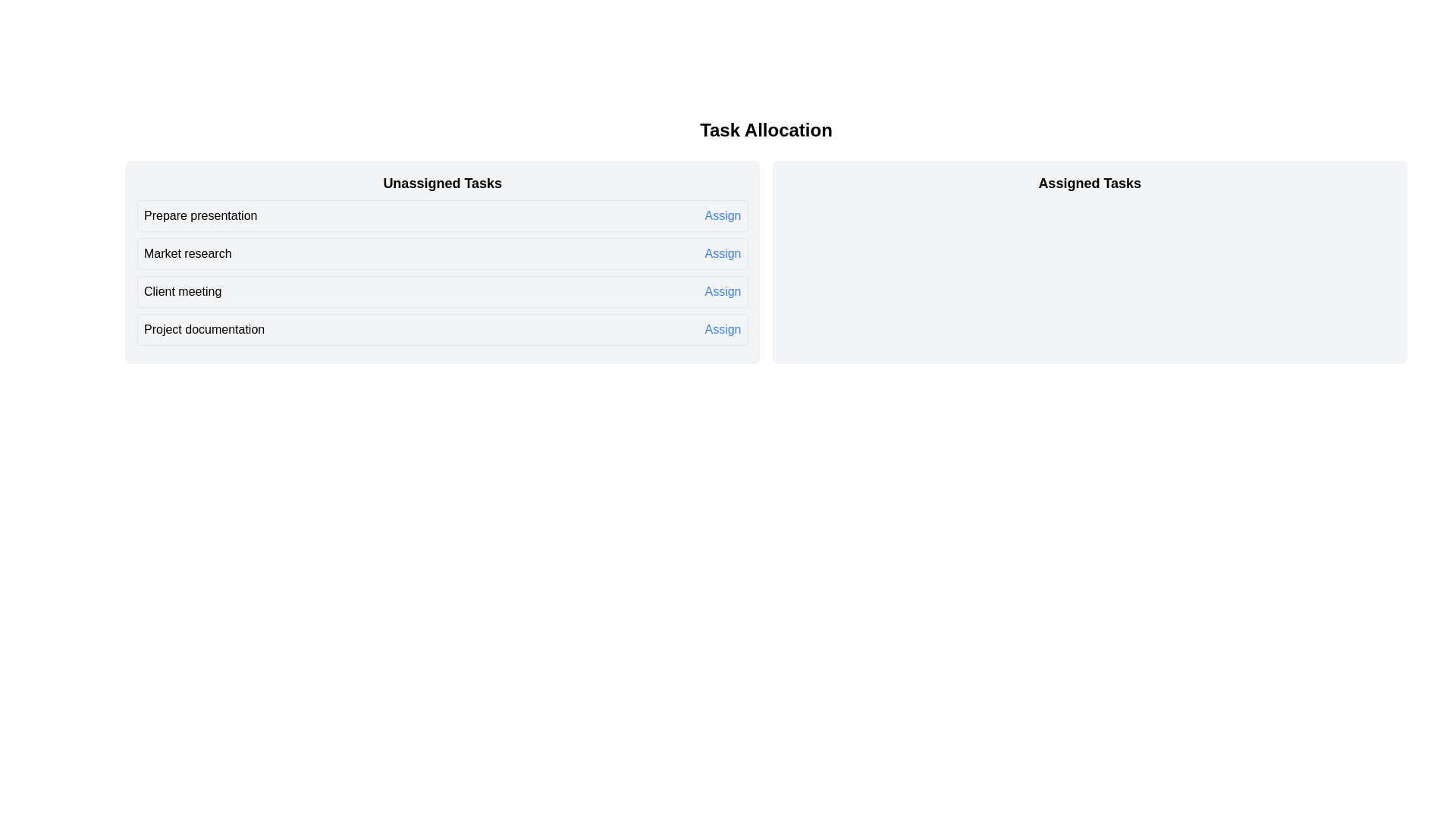 The image size is (1456, 819). Describe the element at coordinates (1089, 183) in the screenshot. I see `the section header text-label component located at the top of the right-hand section of the interface, which indicates the content or functionality presented below it` at that location.